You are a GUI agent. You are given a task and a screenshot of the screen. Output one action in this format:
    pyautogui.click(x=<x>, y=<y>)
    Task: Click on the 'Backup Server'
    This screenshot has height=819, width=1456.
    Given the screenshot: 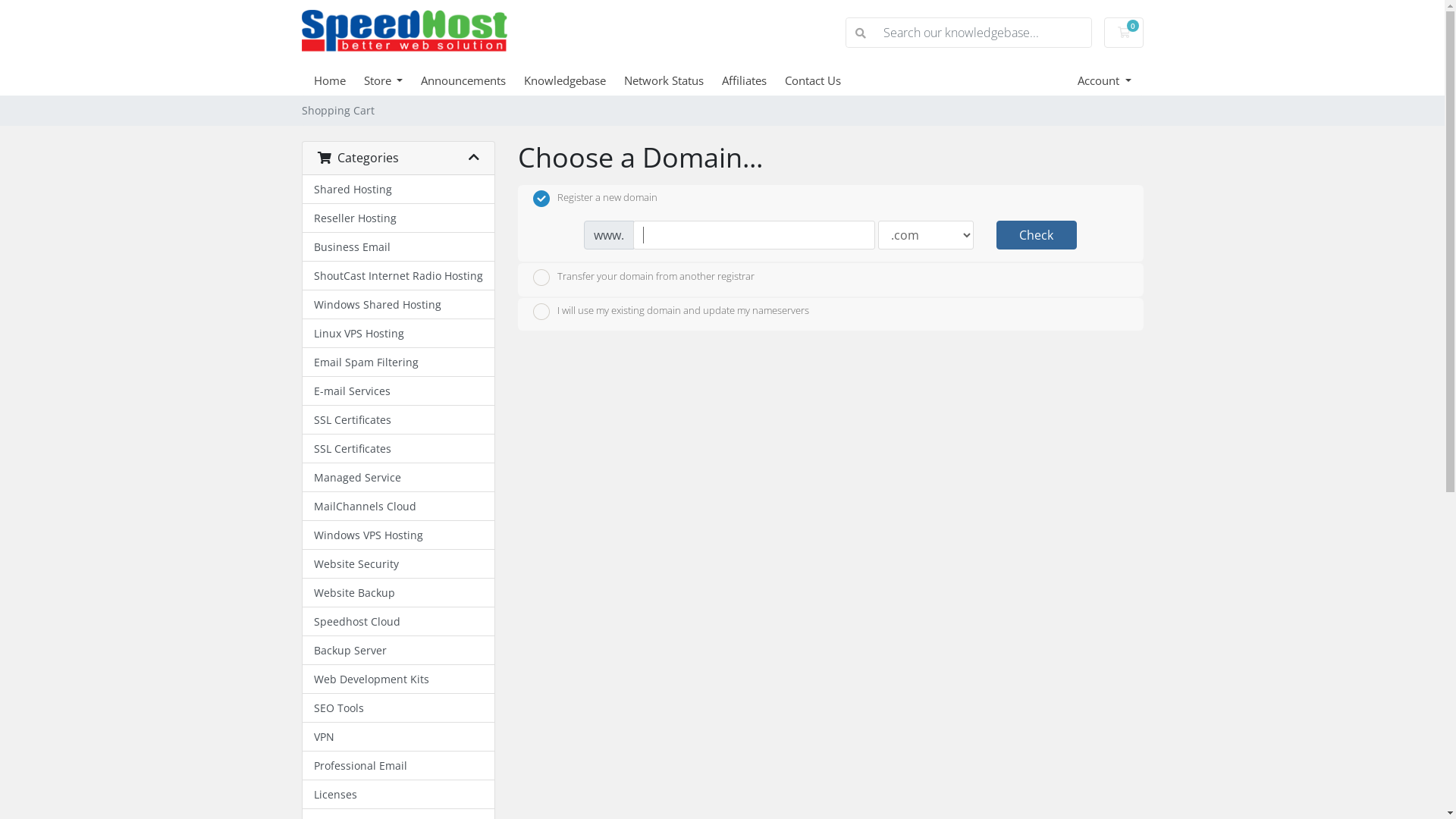 What is the action you would take?
    pyautogui.click(x=397, y=649)
    